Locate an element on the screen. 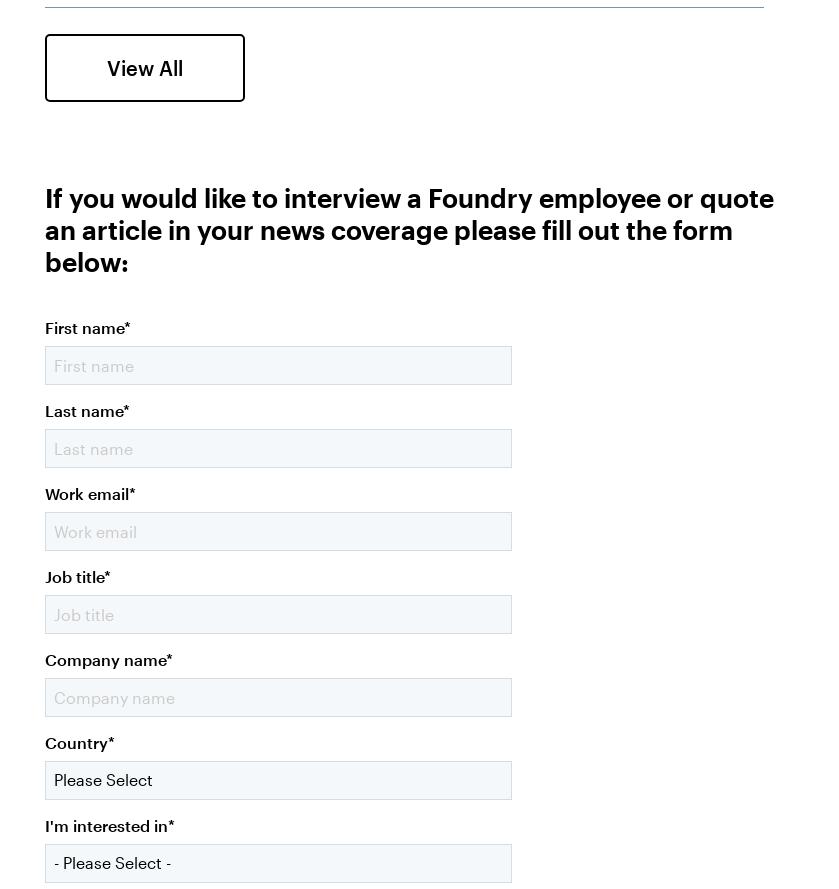 This screenshot has height=889, width=839. 'View All' is located at coordinates (144, 66).